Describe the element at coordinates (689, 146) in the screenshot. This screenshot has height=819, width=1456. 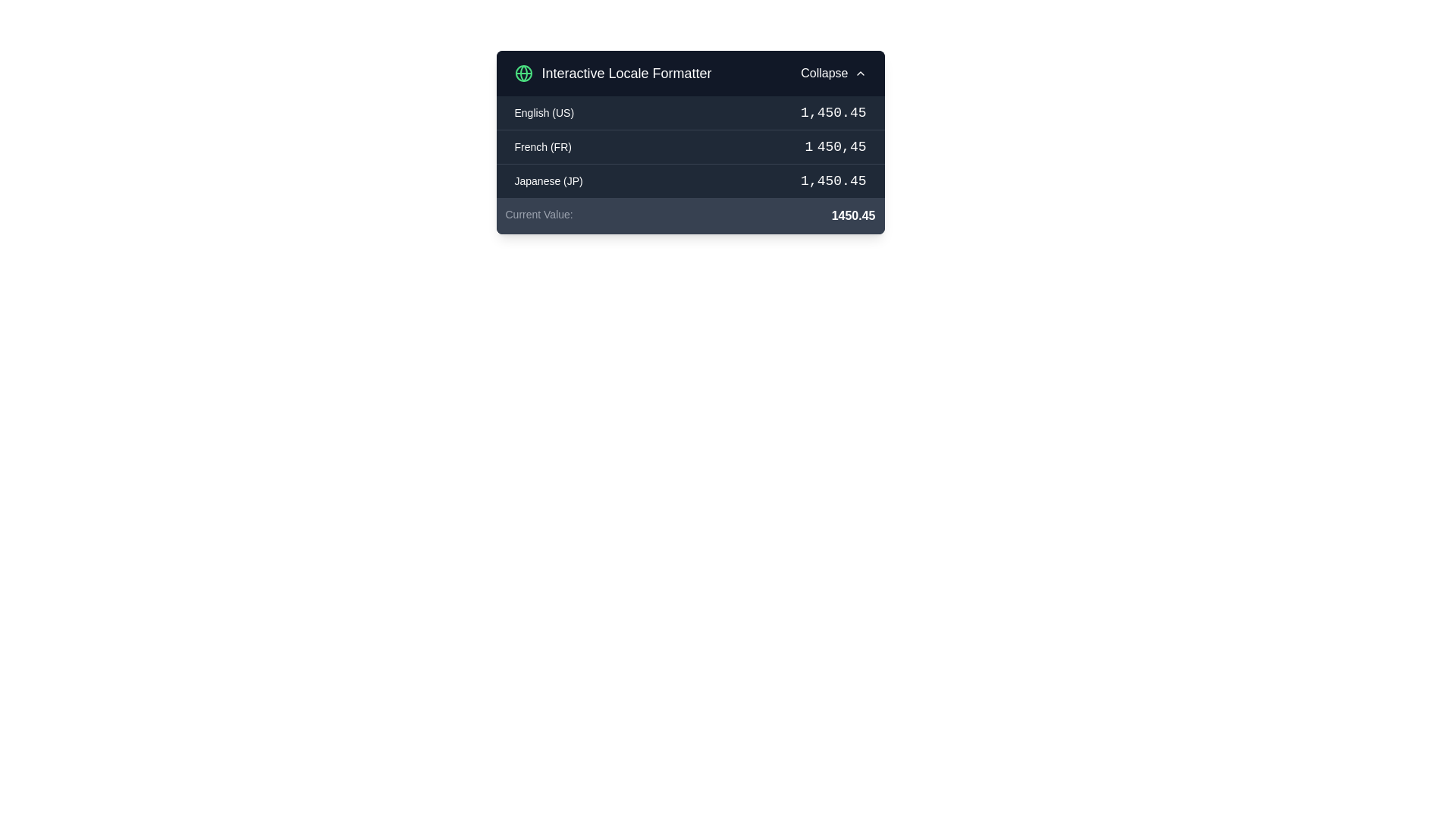
I see `the second row of the locale formatting examples within the 'Interactive Locale Formatter' card` at that location.